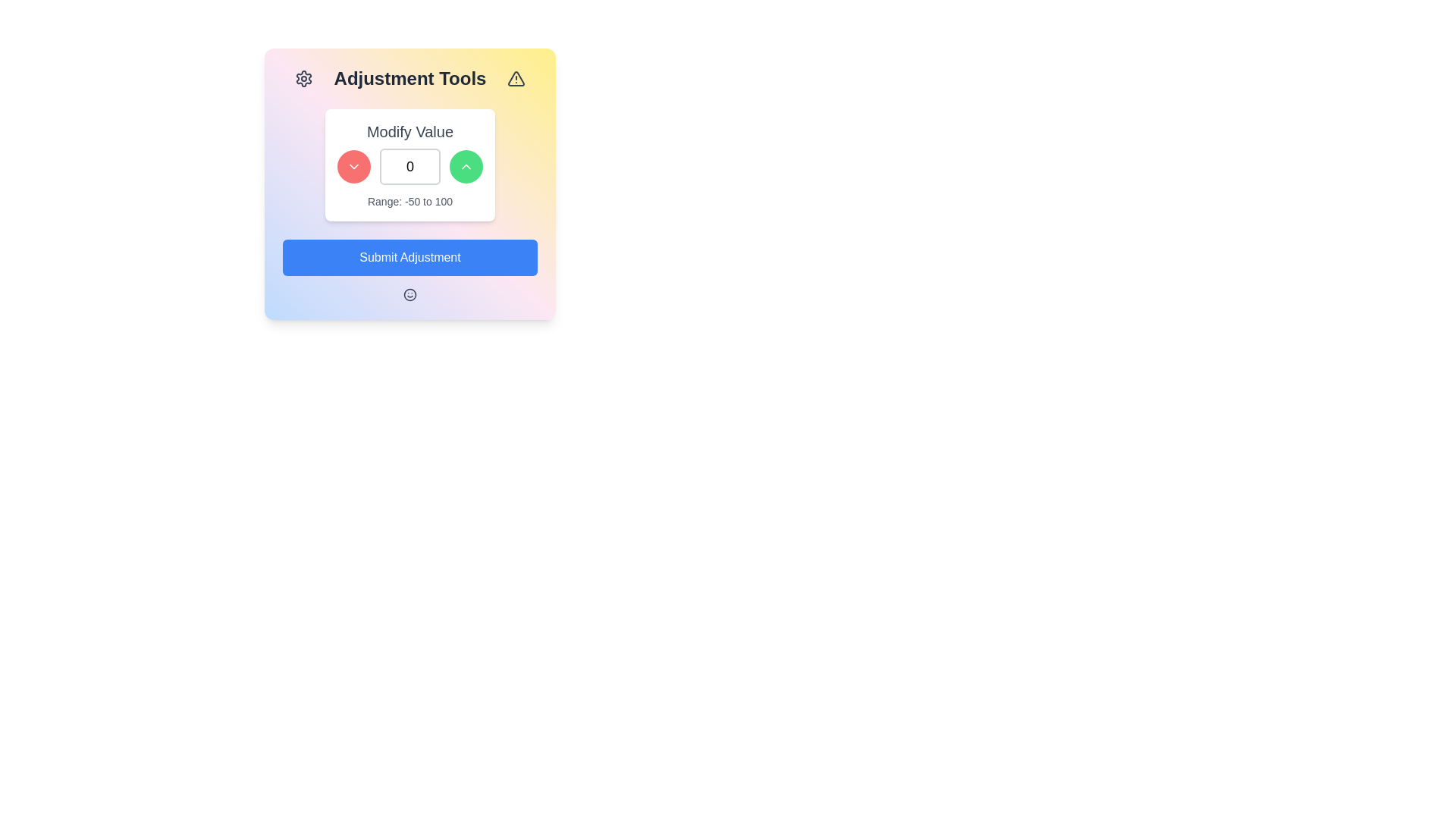 Image resolution: width=1456 pixels, height=819 pixels. Describe the element at coordinates (410, 166) in the screenshot. I see `the decrement button within the 'Modify Value' control group to decrease the numeric value` at that location.